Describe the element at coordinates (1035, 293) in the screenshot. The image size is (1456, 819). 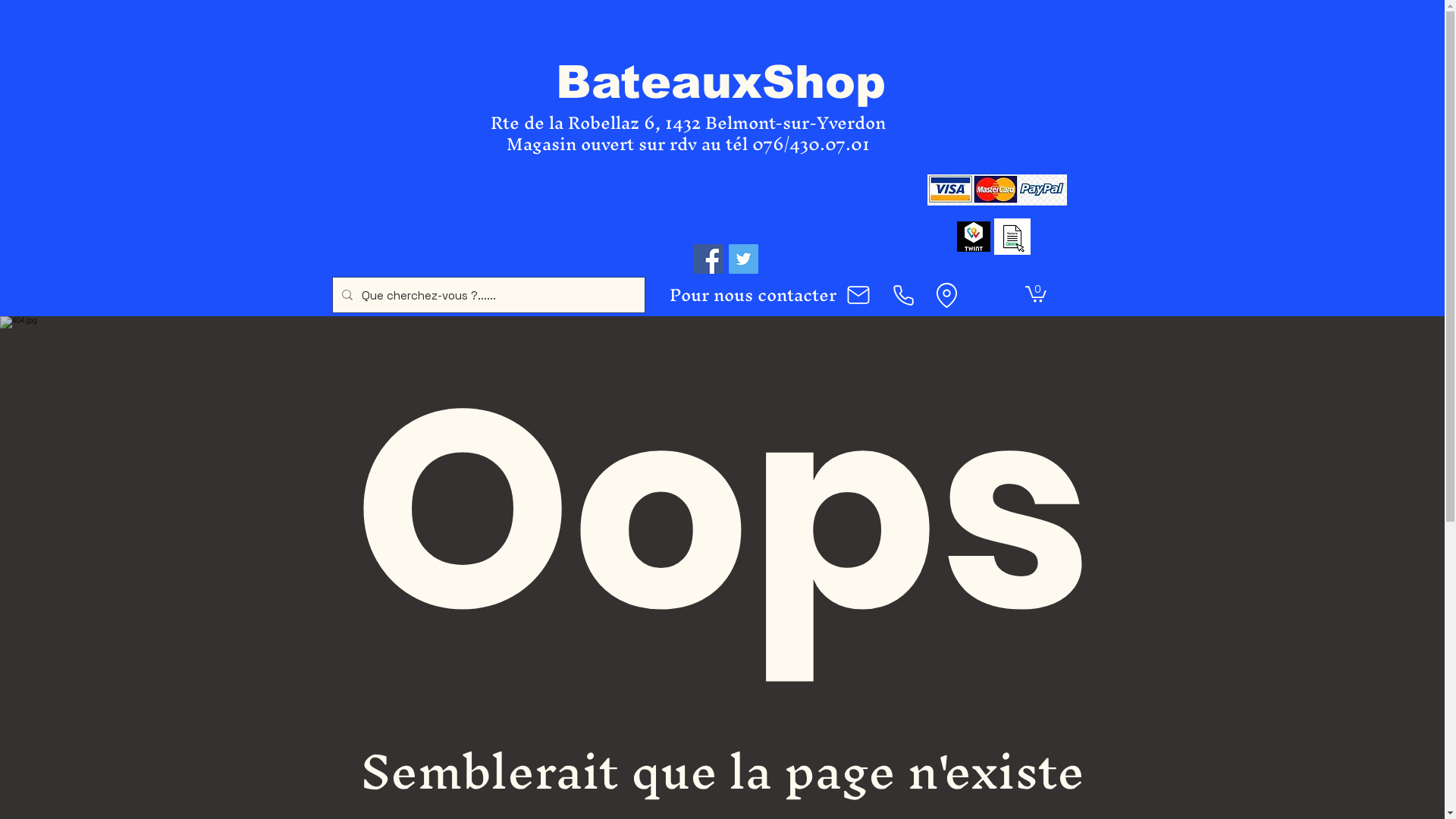
I see `'0'` at that location.